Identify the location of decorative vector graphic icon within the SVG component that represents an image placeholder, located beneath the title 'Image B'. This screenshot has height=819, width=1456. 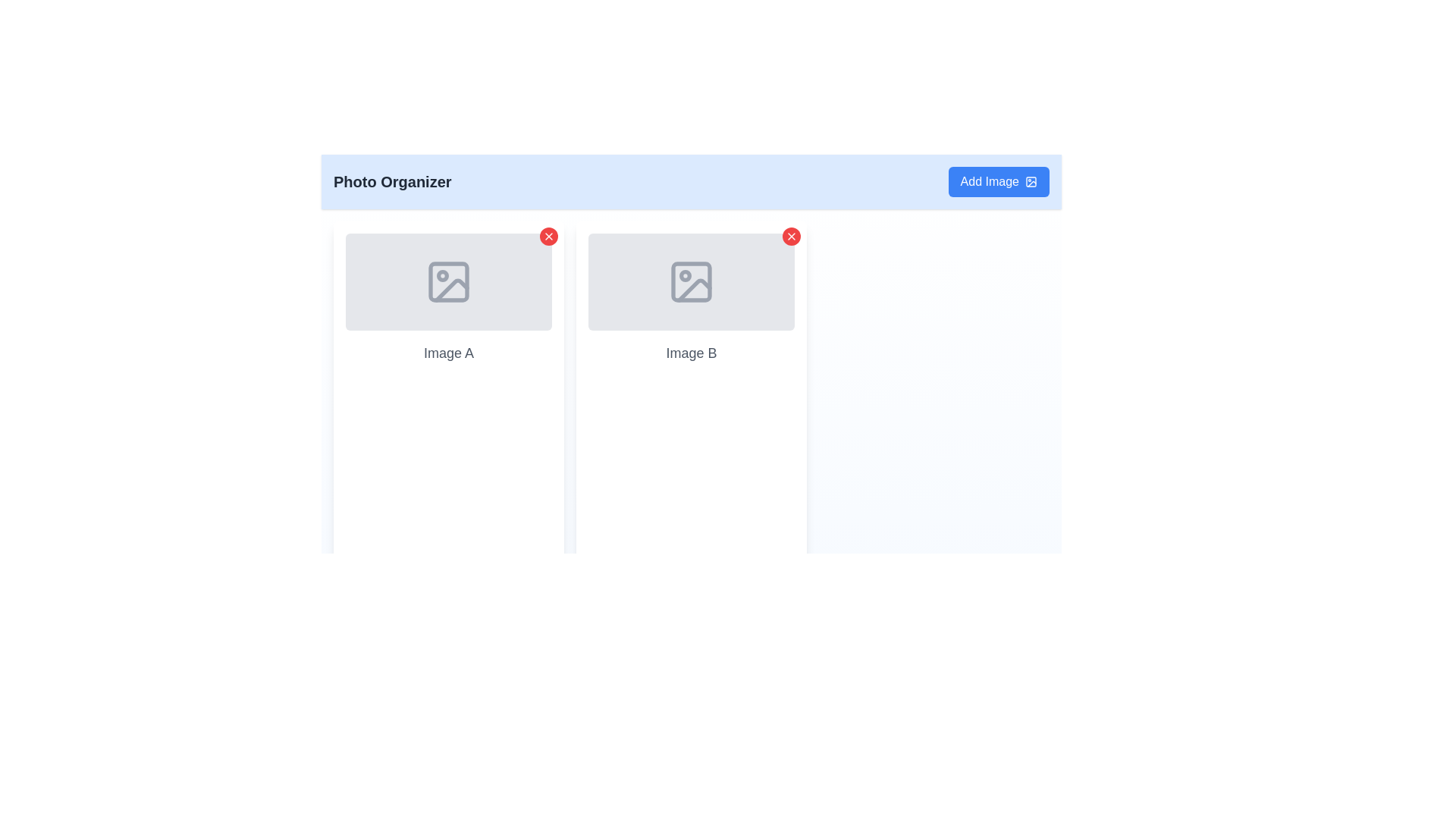
(694, 290).